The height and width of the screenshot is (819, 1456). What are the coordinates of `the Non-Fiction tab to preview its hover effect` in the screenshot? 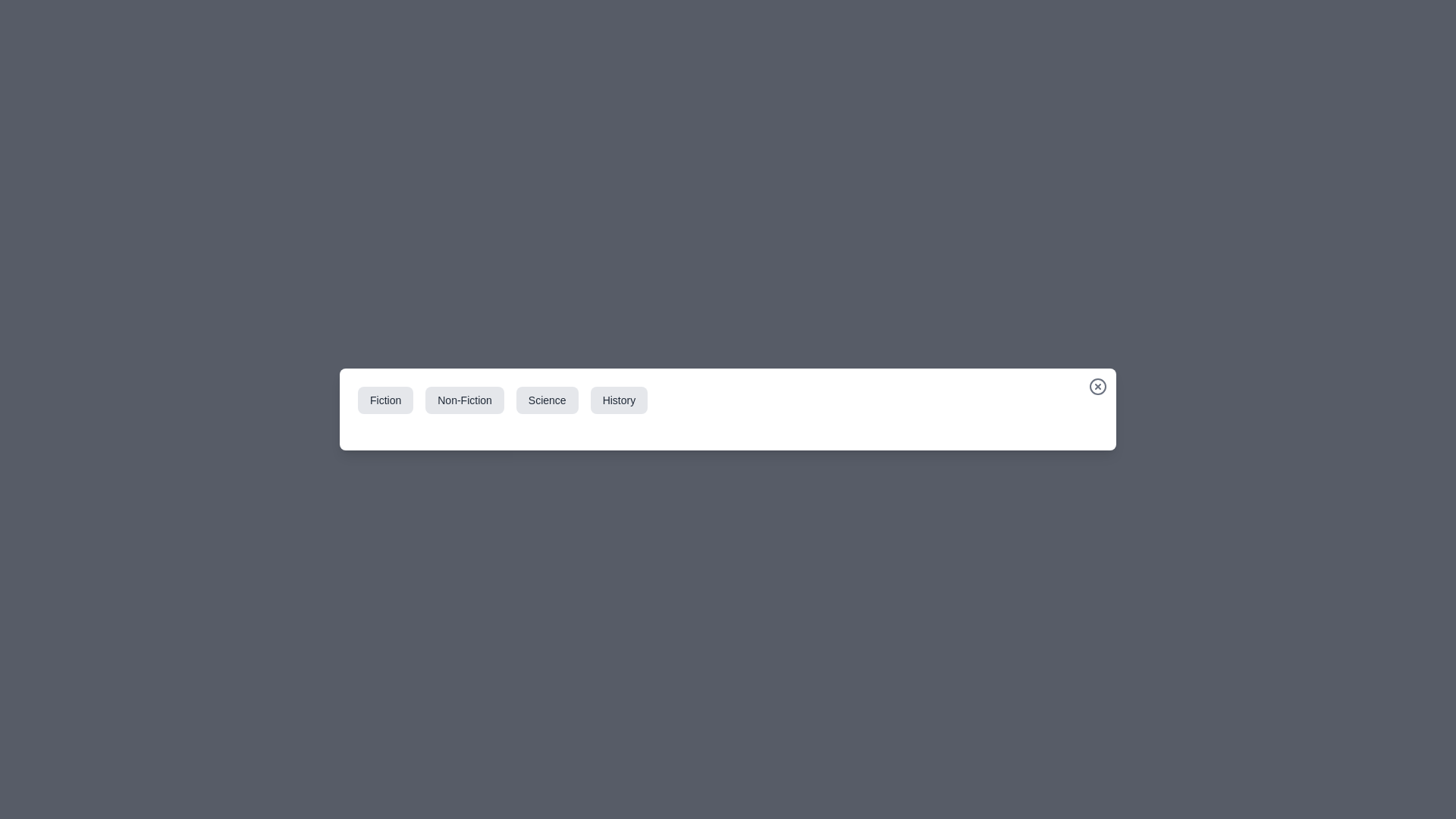 It's located at (464, 400).